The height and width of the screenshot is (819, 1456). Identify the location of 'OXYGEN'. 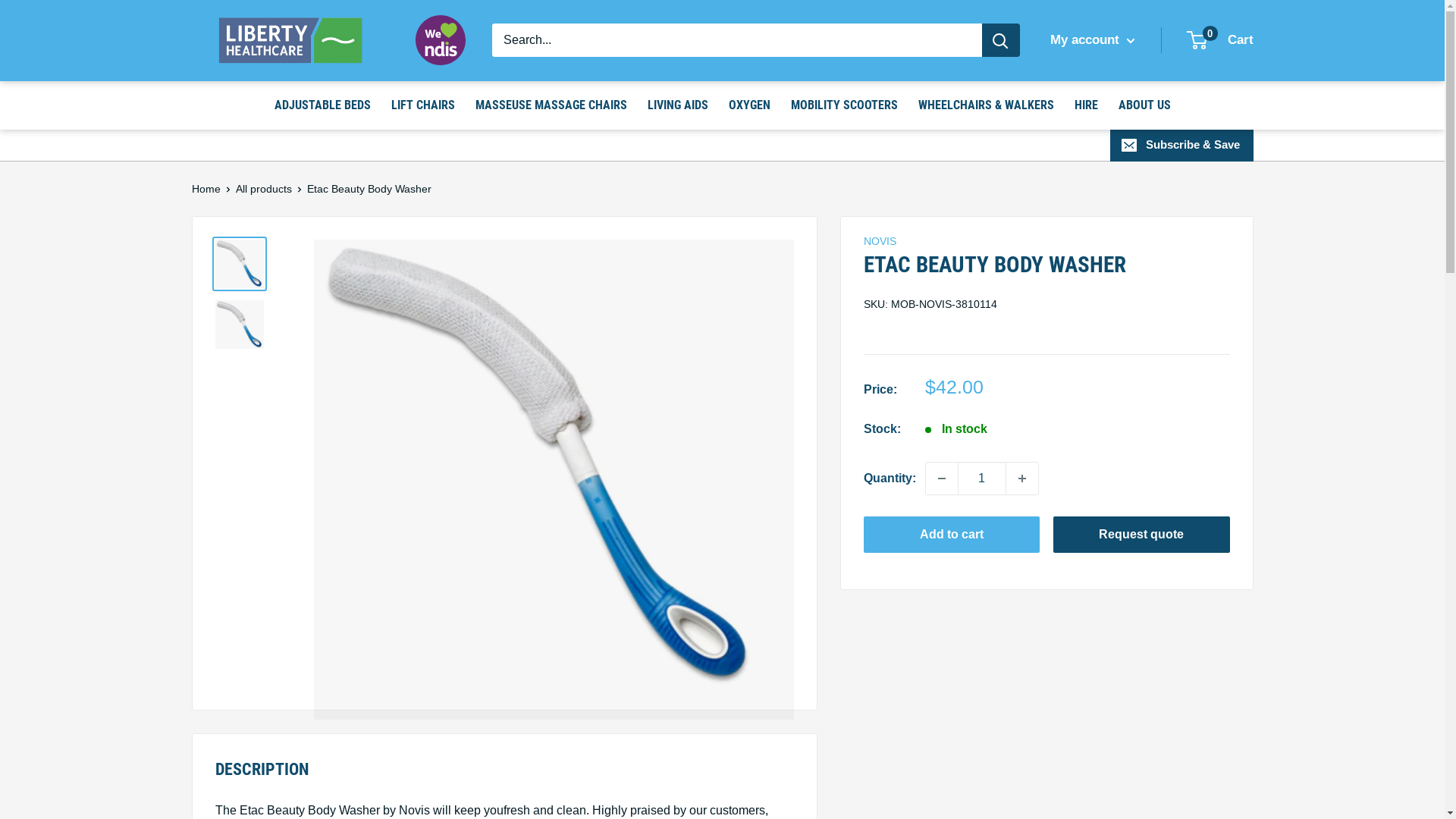
(748, 104).